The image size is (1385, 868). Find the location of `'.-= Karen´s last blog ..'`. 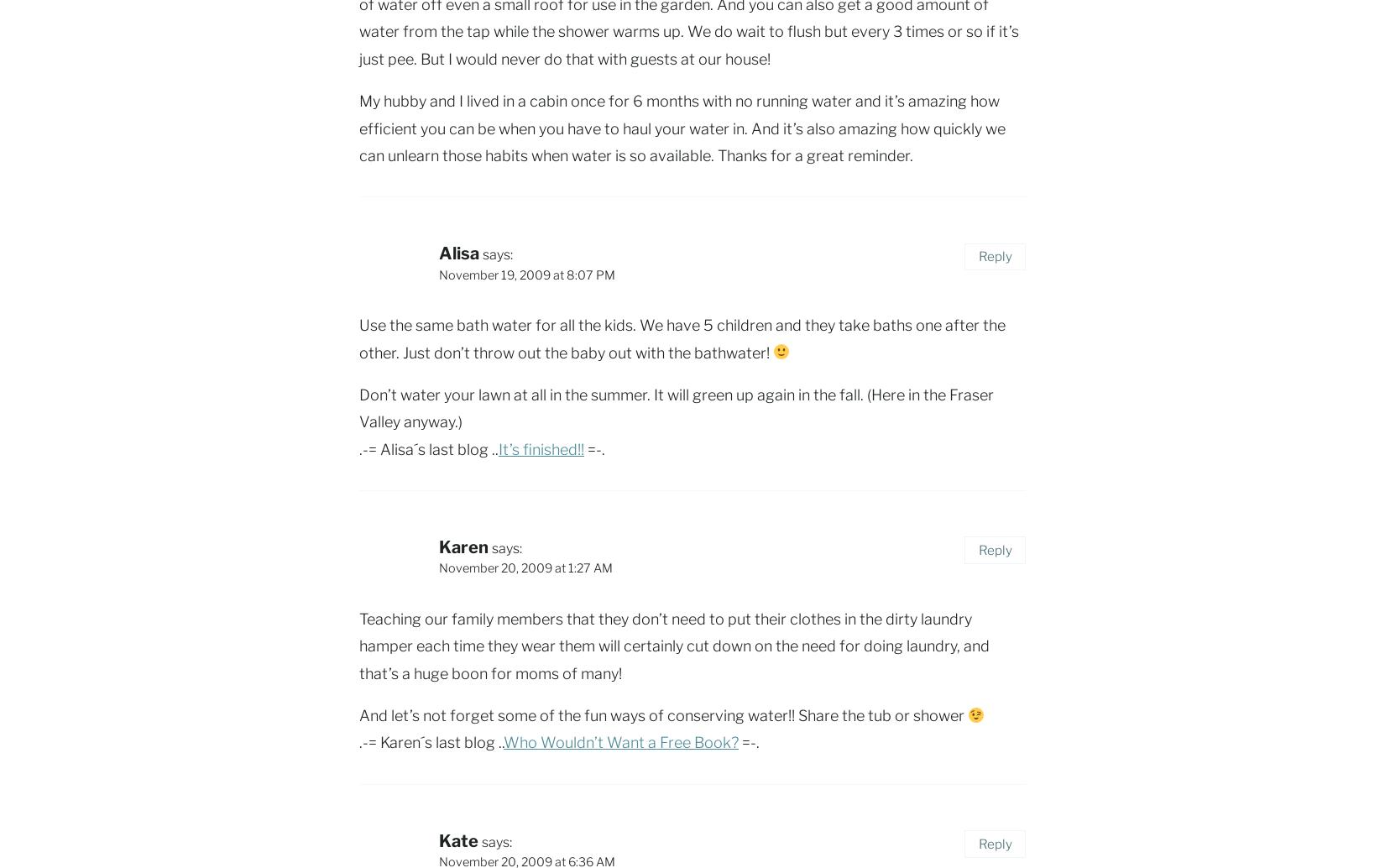

'.-= Karen´s last blog ..' is located at coordinates (430, 741).